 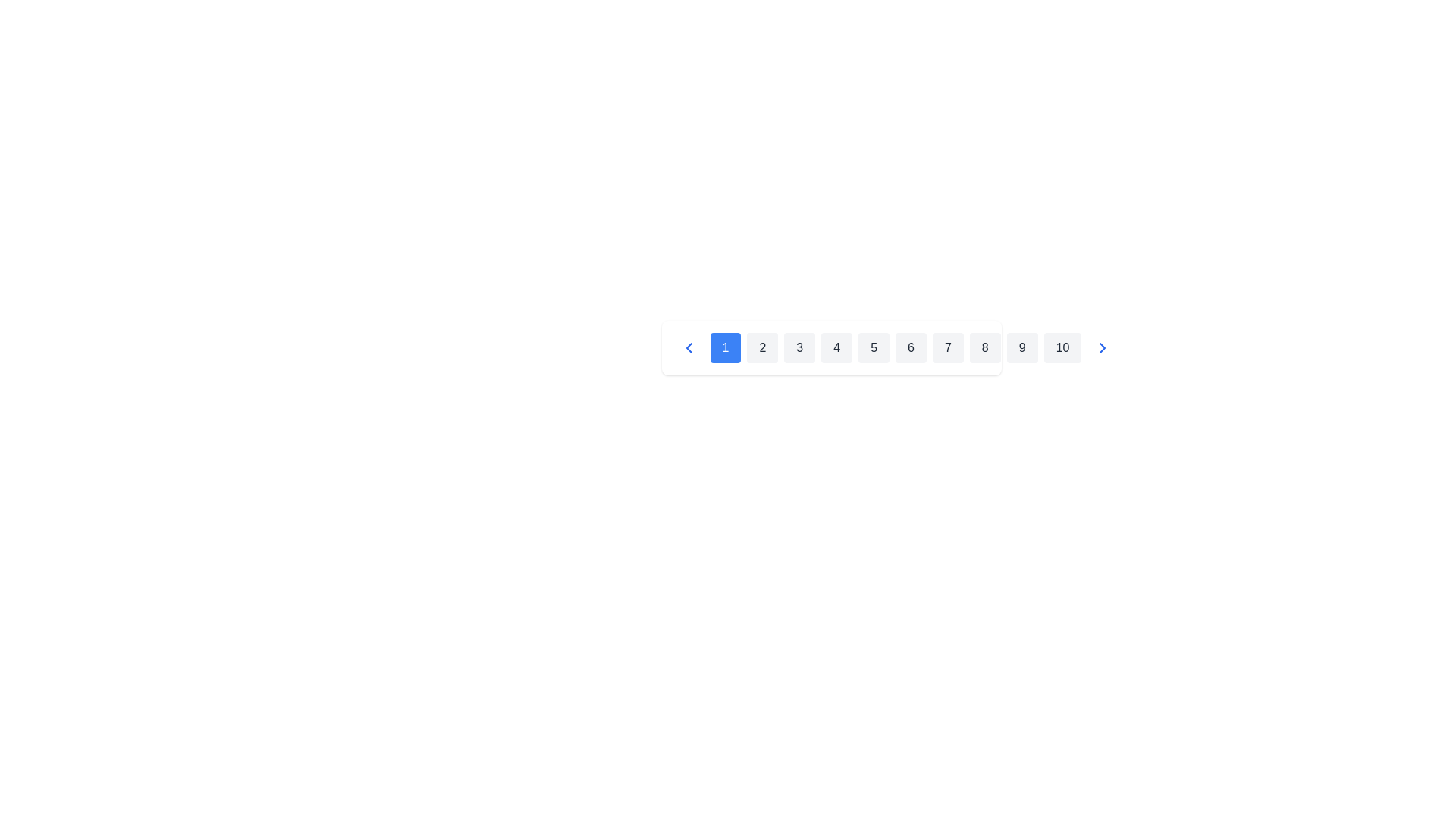 I want to click on the button labeled '7', which is a rectangular button with rounded corners and a light gray background, to change its background color to light blue, so click(x=947, y=348).